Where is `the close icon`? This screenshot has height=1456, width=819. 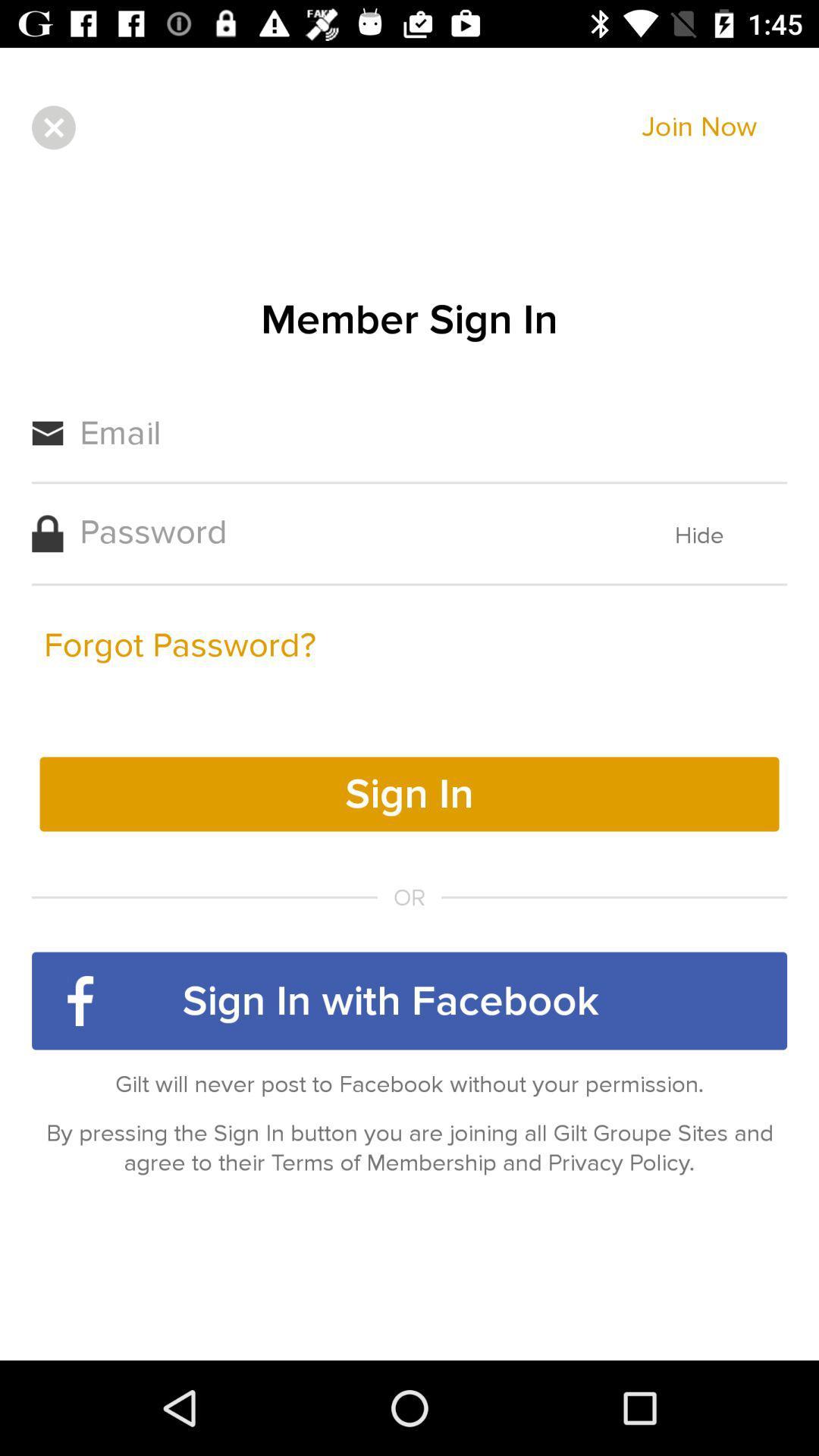 the close icon is located at coordinates (52, 127).